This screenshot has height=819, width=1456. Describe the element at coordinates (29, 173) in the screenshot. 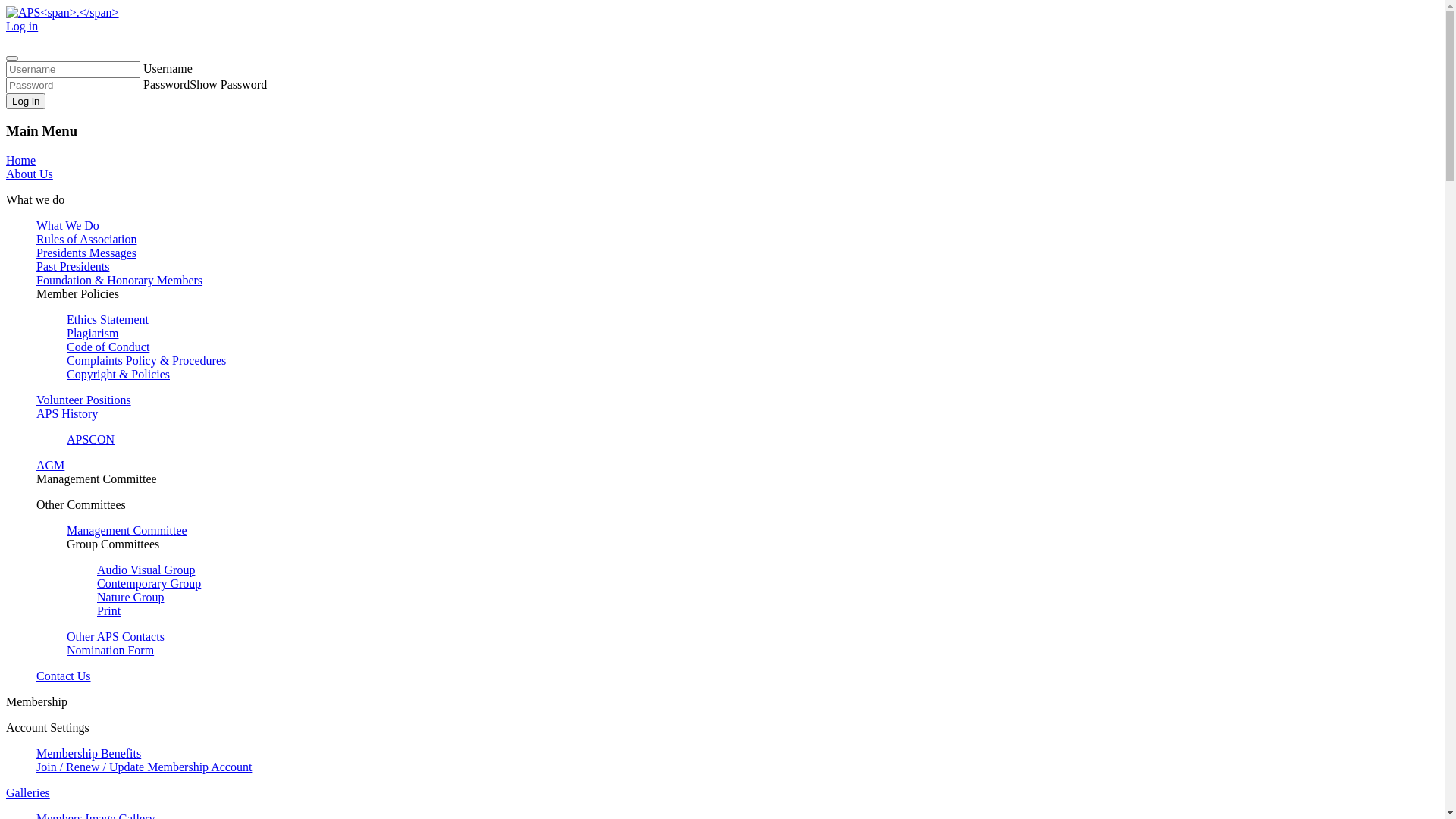

I see `'About Us'` at that location.